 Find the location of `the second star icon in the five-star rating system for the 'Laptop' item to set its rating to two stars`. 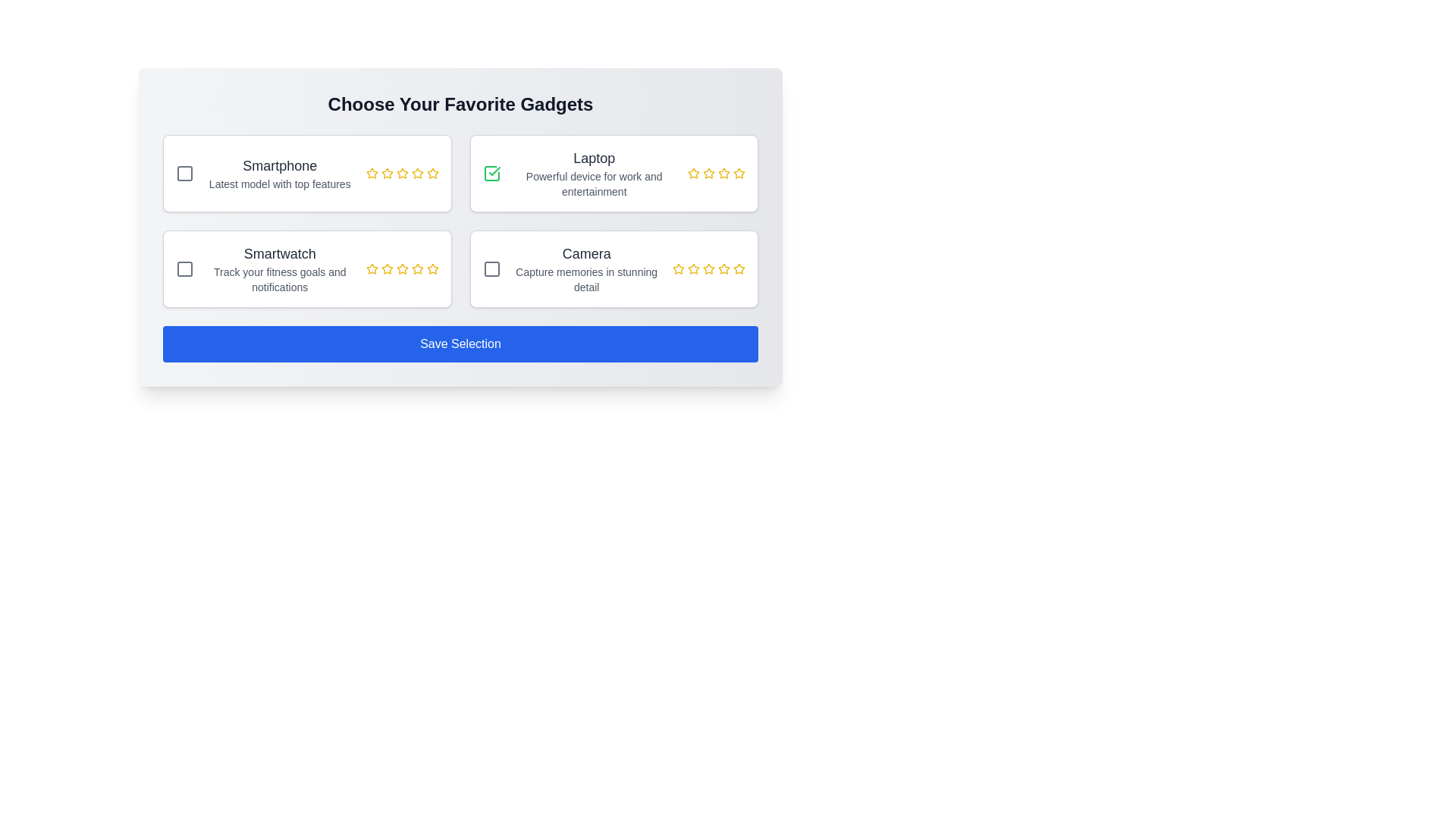

the second star icon in the five-star rating system for the 'Laptop' item to set its rating to two stars is located at coordinates (708, 172).